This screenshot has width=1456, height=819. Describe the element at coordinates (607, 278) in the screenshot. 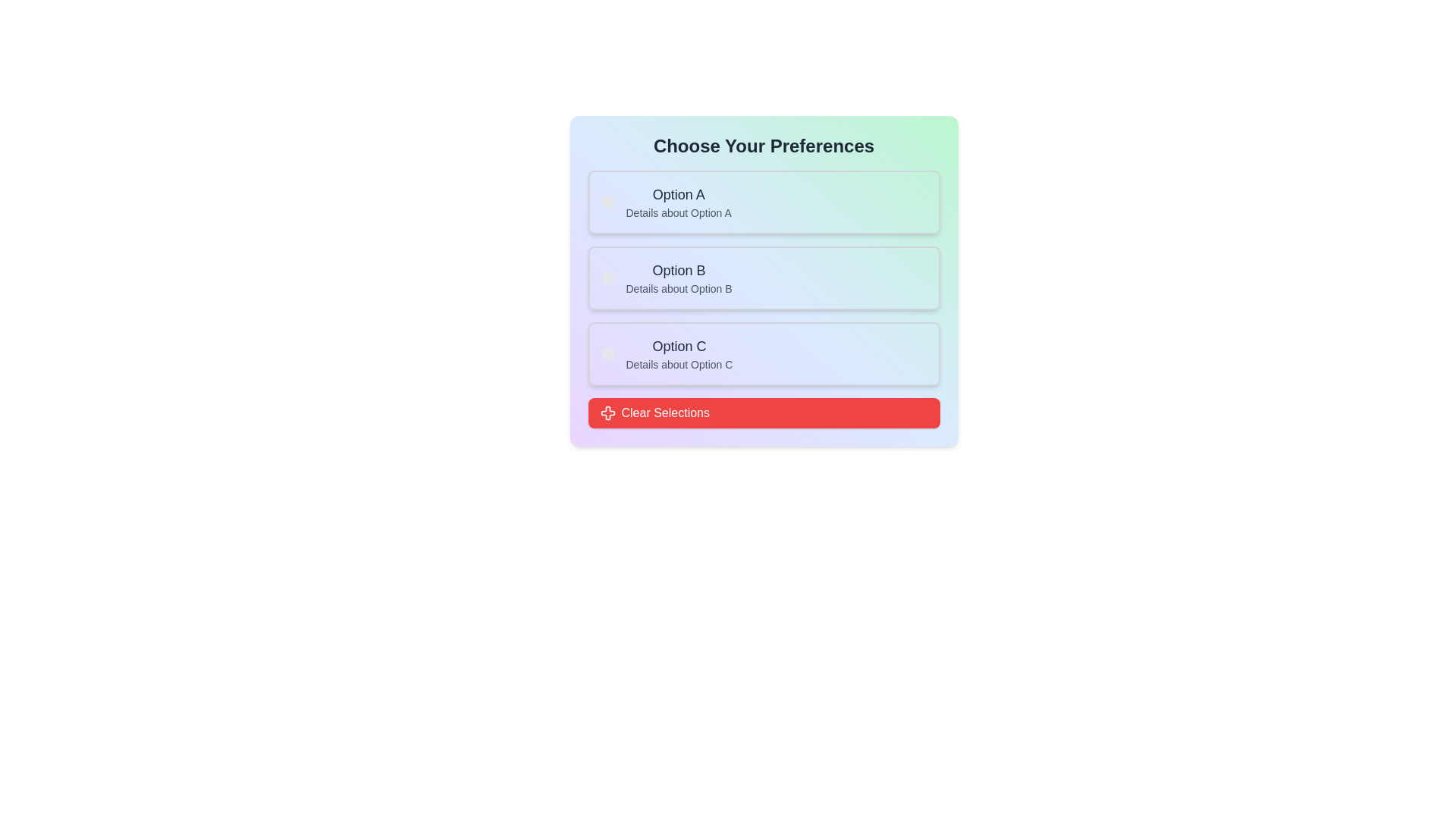

I see `the small, circular decorative or status indicator located to the left of 'Option B' and 'Details about Option B'` at that location.